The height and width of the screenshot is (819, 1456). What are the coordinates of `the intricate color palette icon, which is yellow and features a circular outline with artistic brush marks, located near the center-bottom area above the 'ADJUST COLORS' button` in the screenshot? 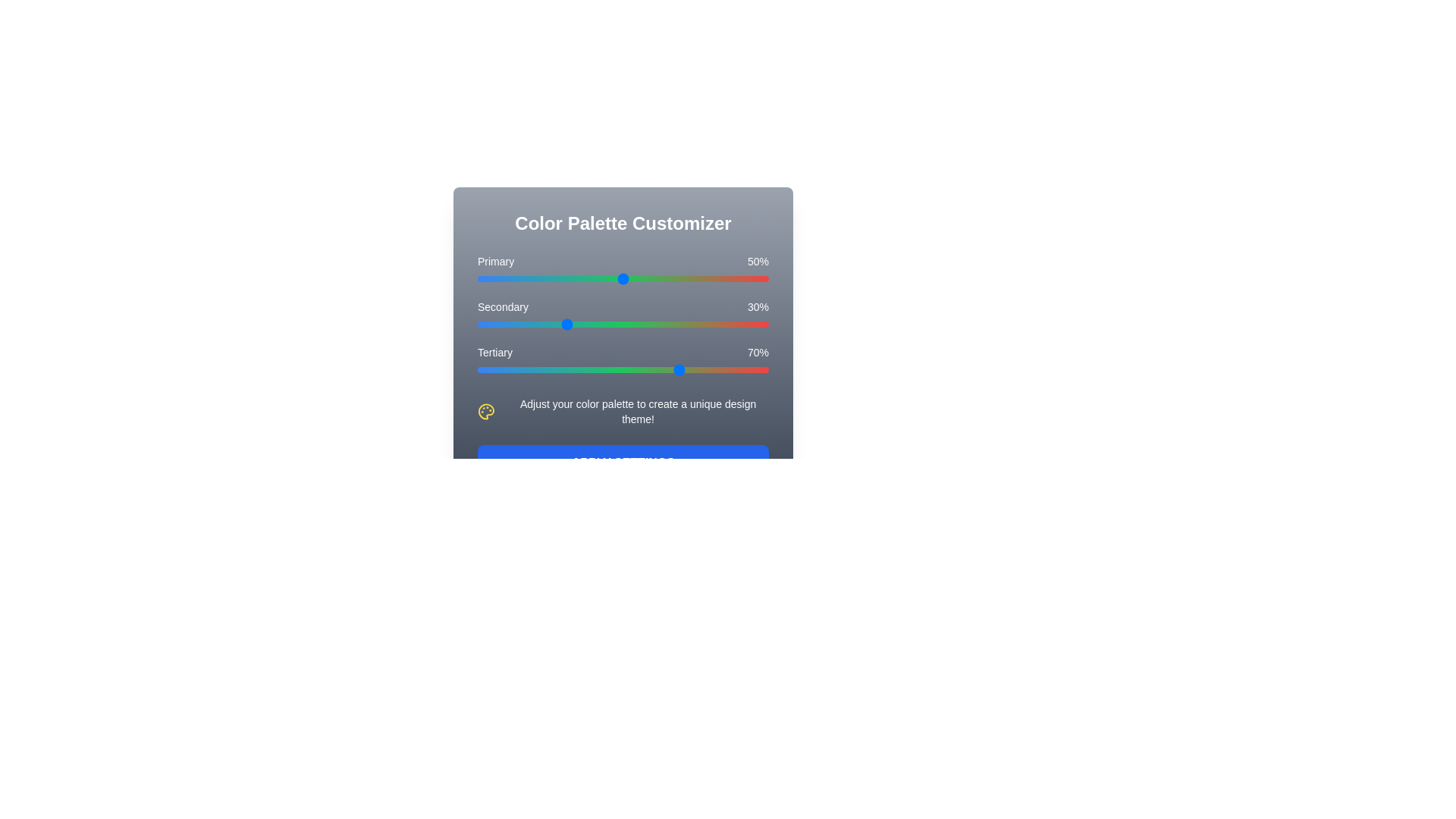 It's located at (486, 412).